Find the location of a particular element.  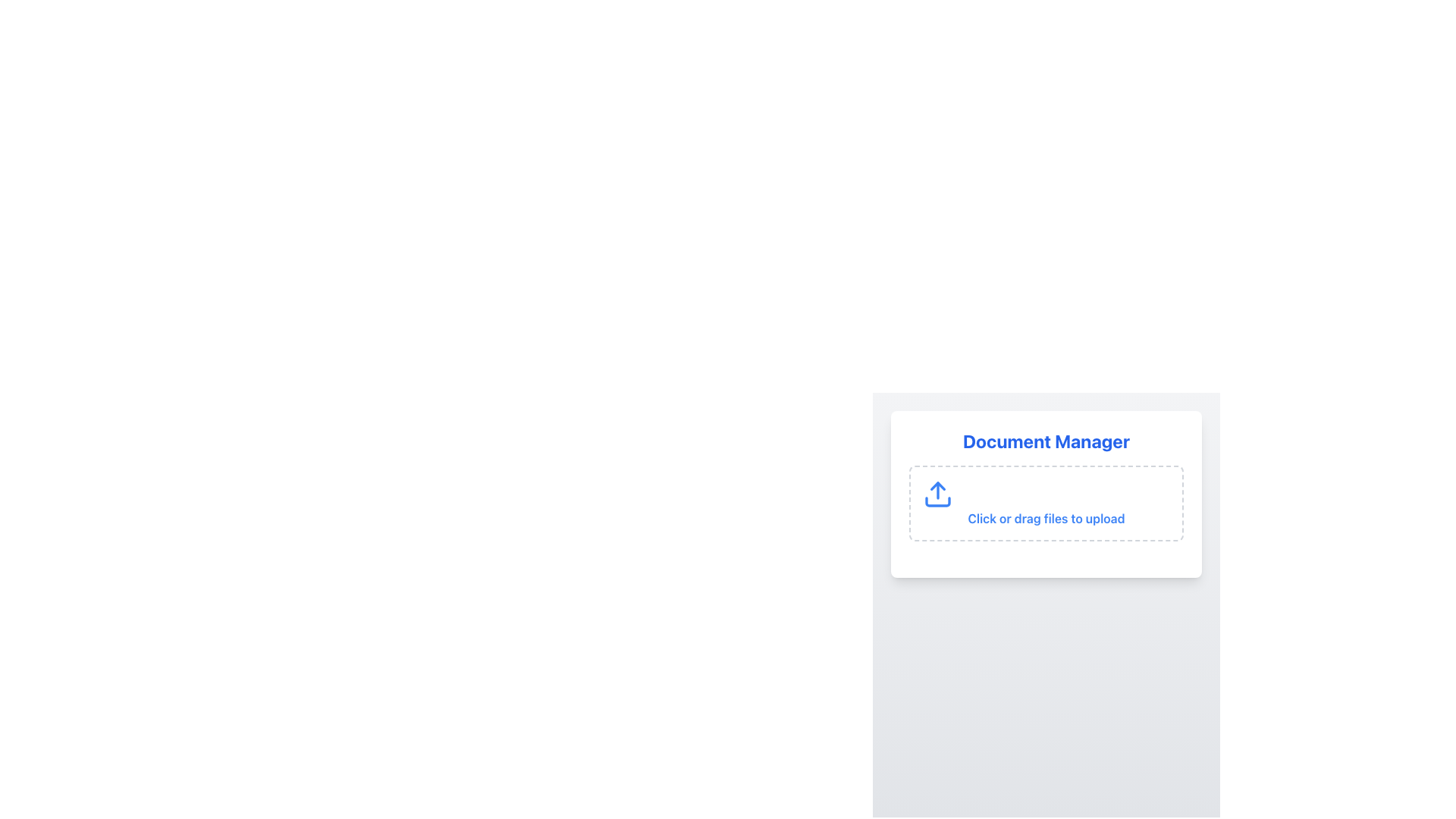

a file onto the clickable text element that serves as an upload trigger, located within a dashed border box, centered below an upload icon is located at coordinates (1046, 503).